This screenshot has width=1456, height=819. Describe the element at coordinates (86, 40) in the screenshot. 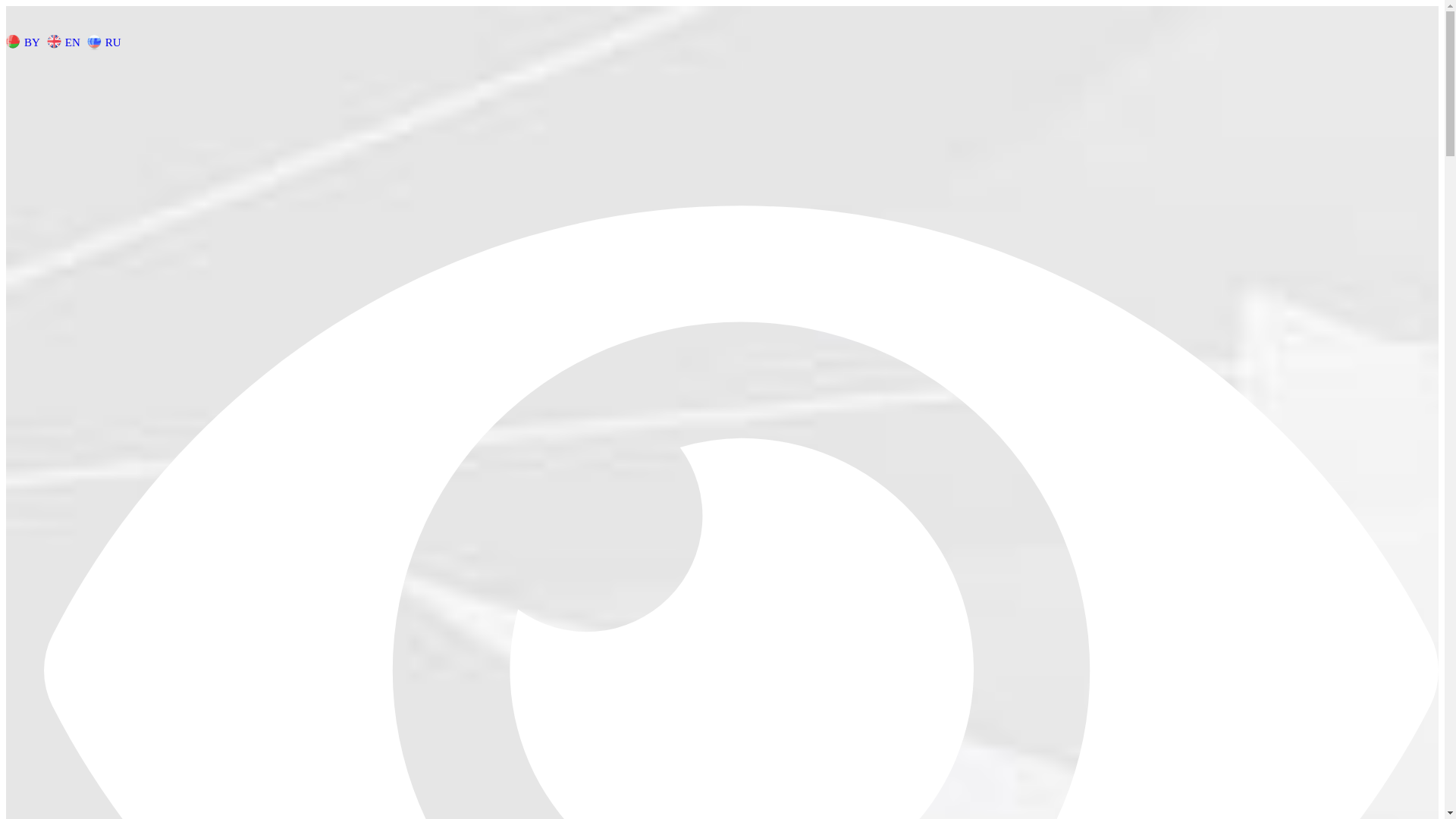

I see `'RU'` at that location.